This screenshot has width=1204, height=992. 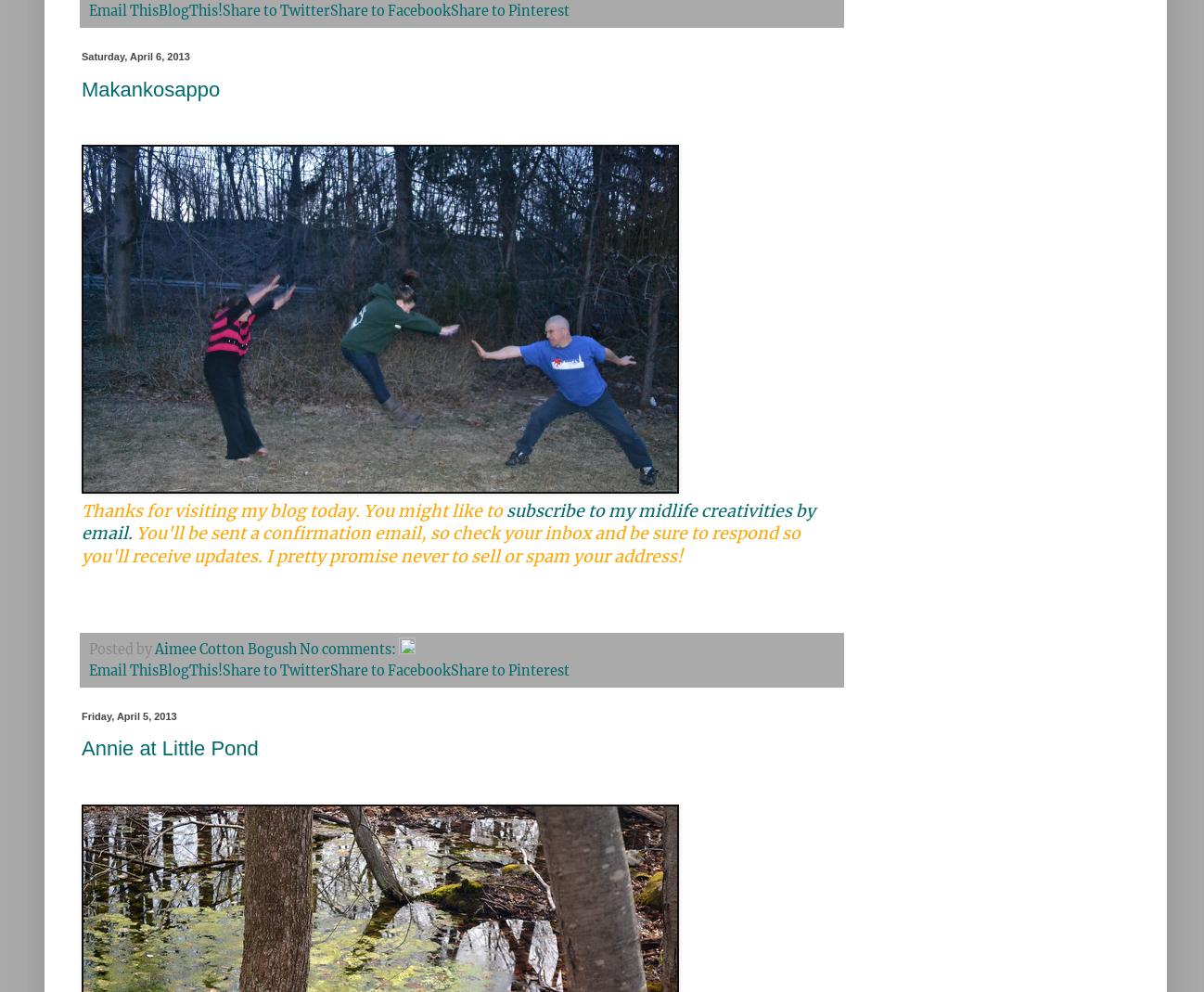 What do you see at coordinates (134, 56) in the screenshot?
I see `'Saturday, April 6, 2013'` at bounding box center [134, 56].